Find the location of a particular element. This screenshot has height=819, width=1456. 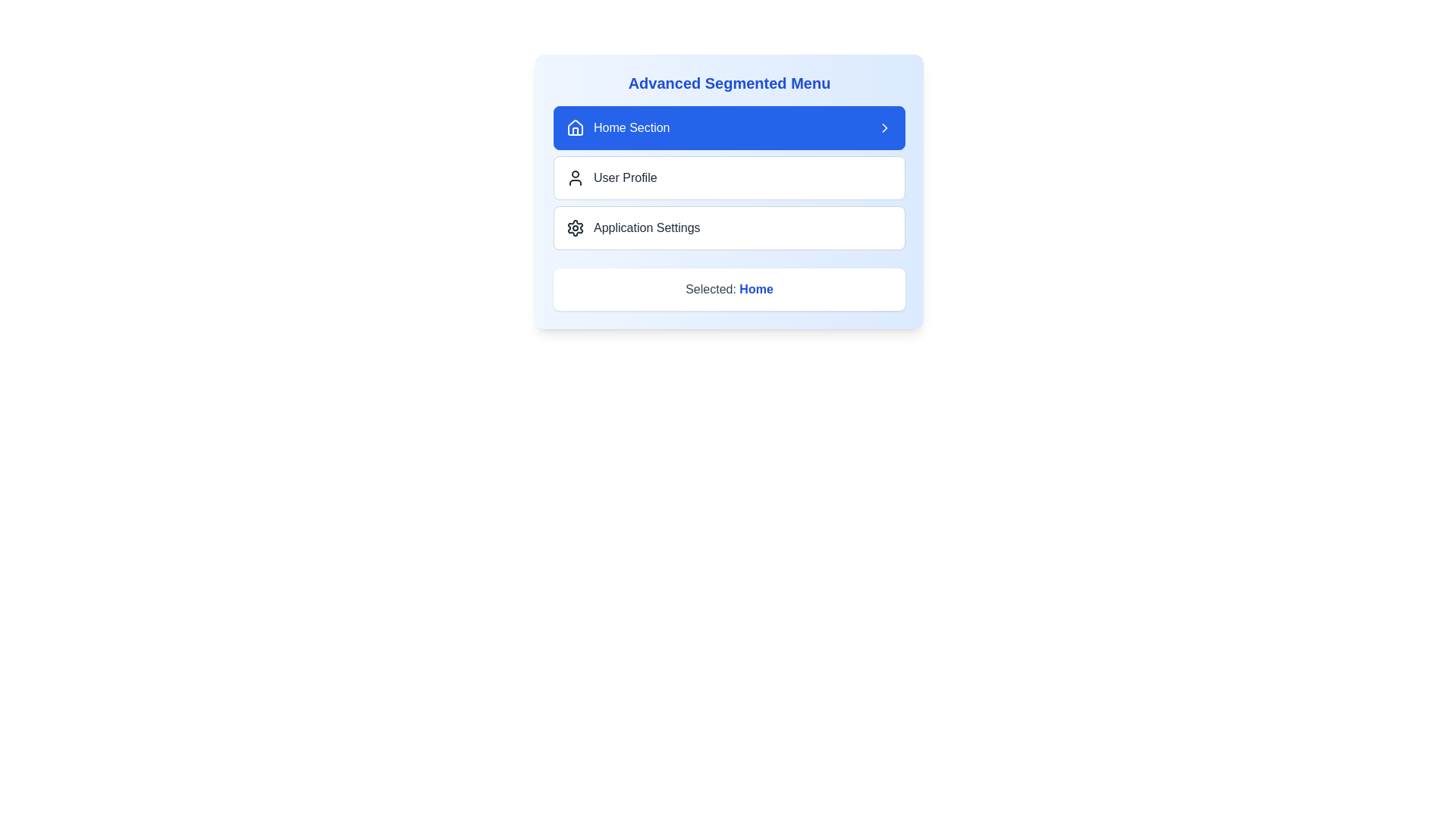

the 'Application Settings' text label in the menu, which is part of an interactive section representing application configurations is located at coordinates (647, 227).